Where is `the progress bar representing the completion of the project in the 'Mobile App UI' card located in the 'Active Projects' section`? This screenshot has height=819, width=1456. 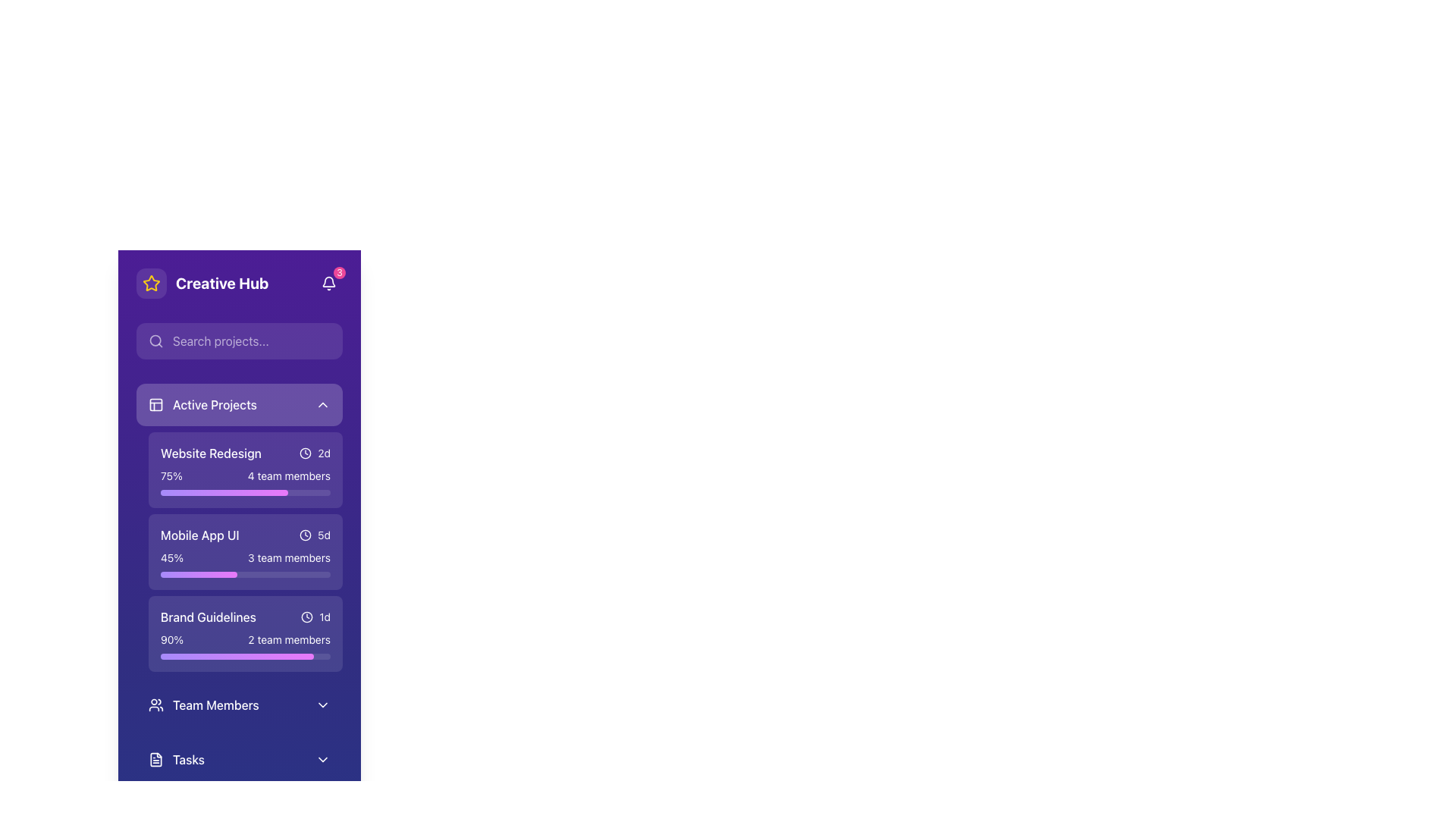
the progress bar representing the completion of the project in the 'Mobile App UI' card located in the 'Active Projects' section is located at coordinates (246, 564).